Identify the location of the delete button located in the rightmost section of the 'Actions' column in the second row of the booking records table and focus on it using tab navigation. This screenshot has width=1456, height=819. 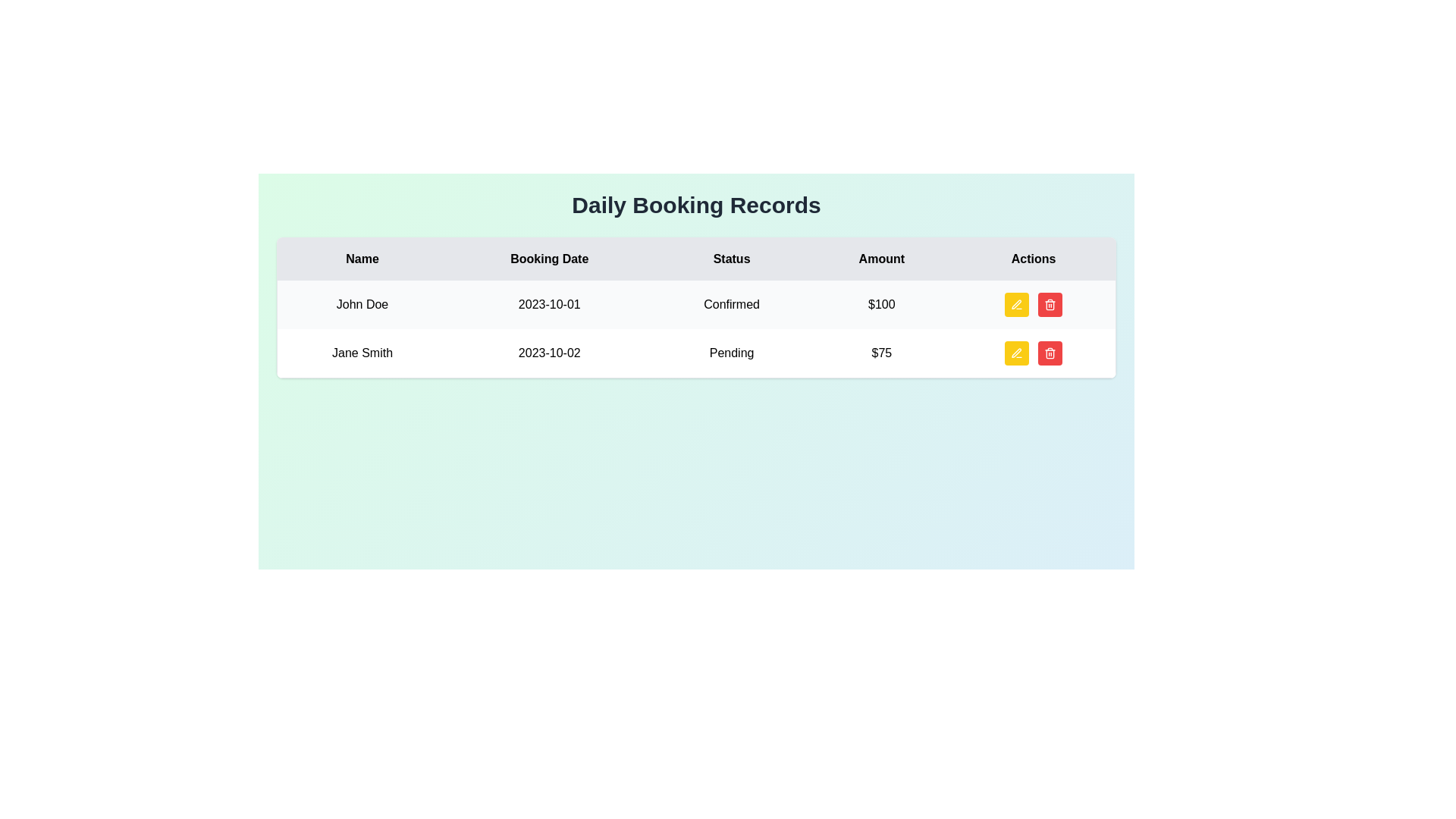
(1050, 353).